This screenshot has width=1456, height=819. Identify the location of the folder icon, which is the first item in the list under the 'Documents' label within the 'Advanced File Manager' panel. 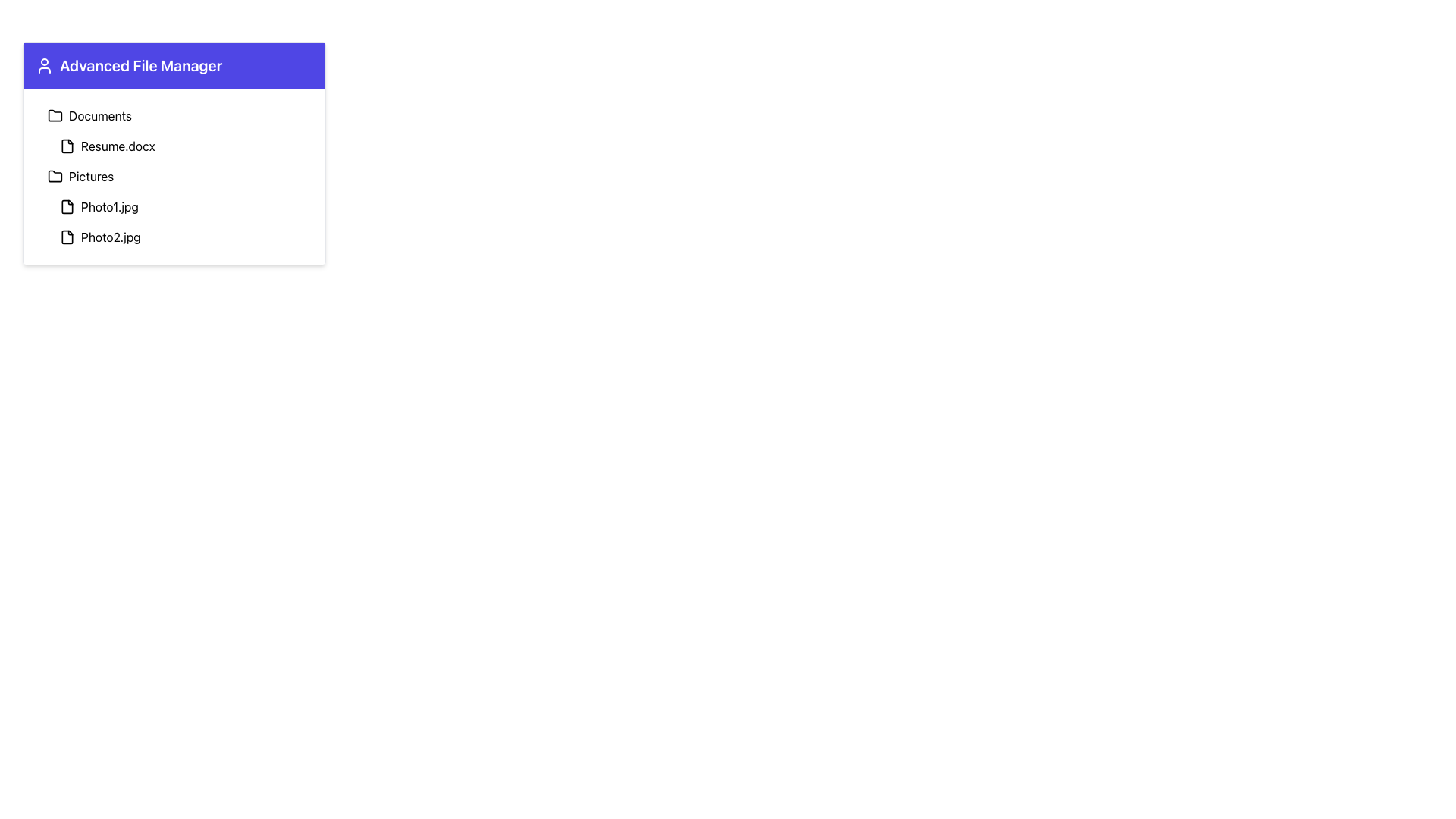
(55, 115).